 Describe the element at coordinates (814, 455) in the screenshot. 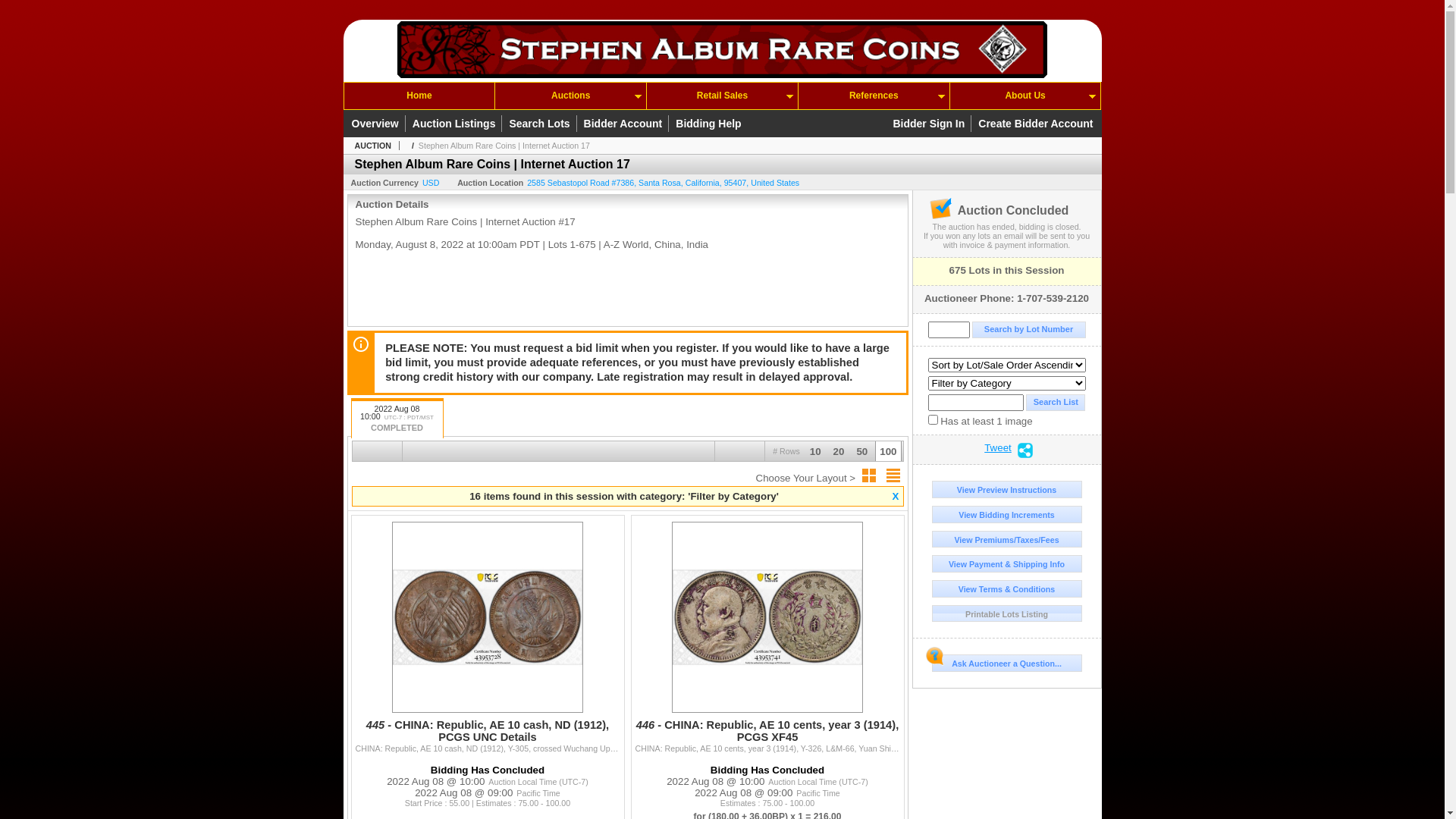

I see `'10'` at that location.